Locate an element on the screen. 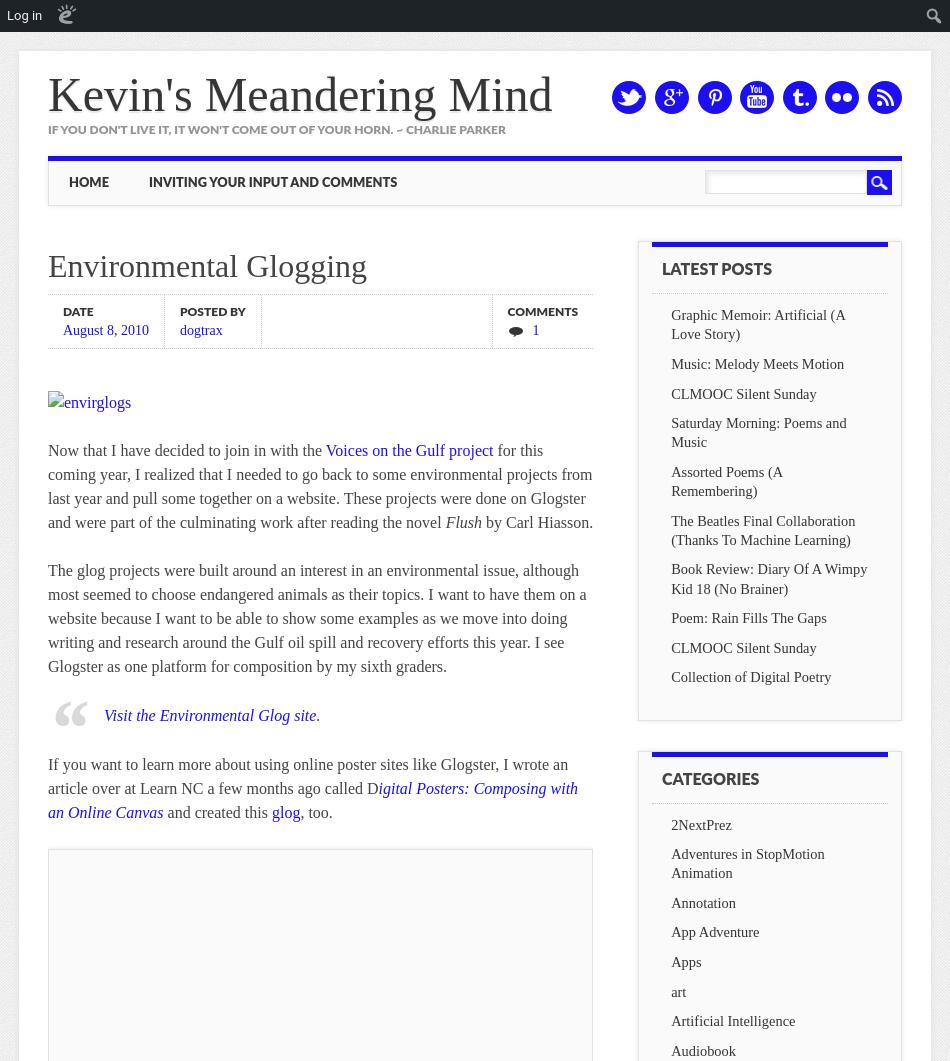 The image size is (950, 1061). 'Book Review: Diary Of A Wimpy Kid 18 (No Brainer)' is located at coordinates (670, 577).